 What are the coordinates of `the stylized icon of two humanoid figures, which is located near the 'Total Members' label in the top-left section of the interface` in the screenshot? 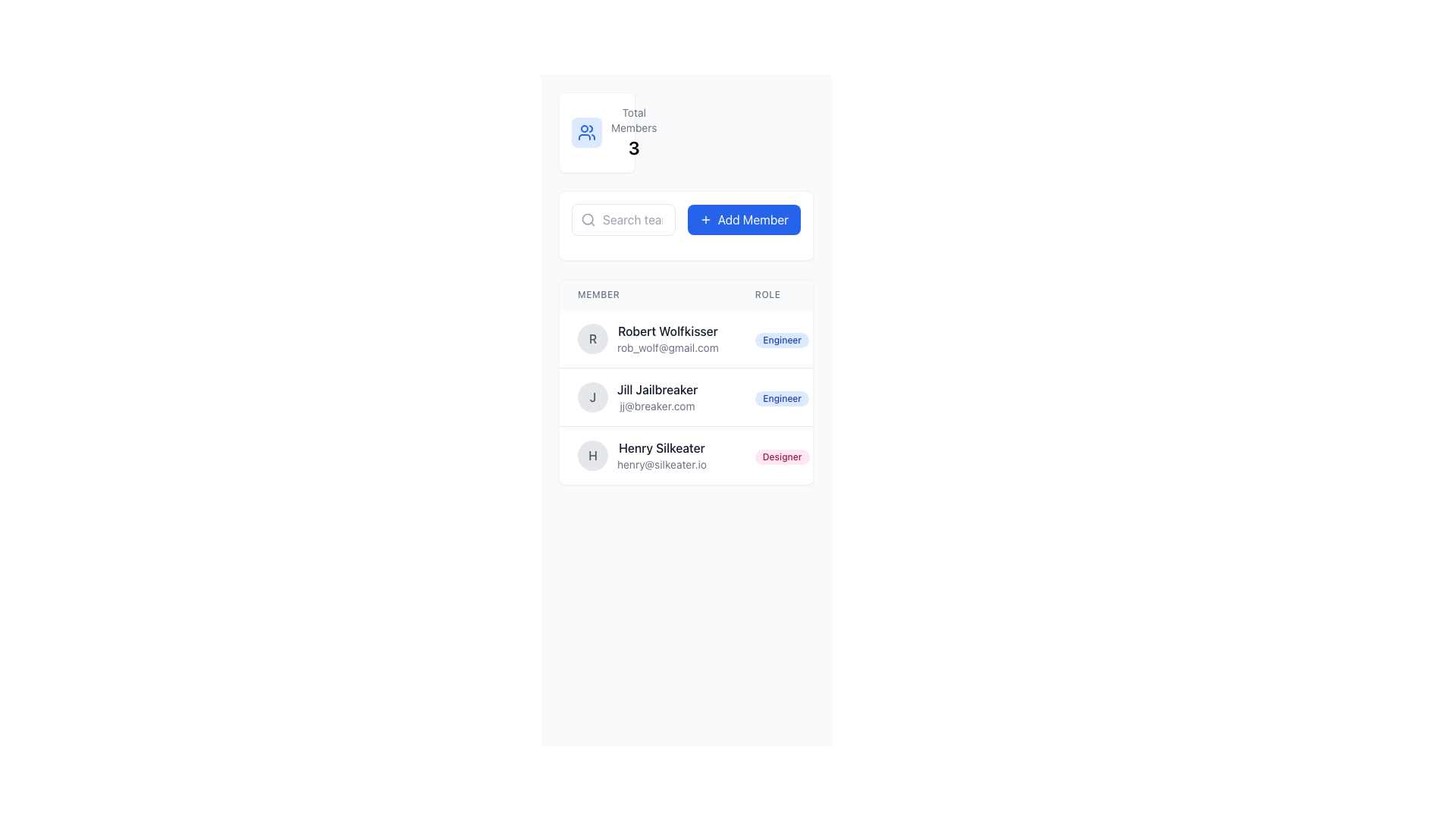 It's located at (585, 131).